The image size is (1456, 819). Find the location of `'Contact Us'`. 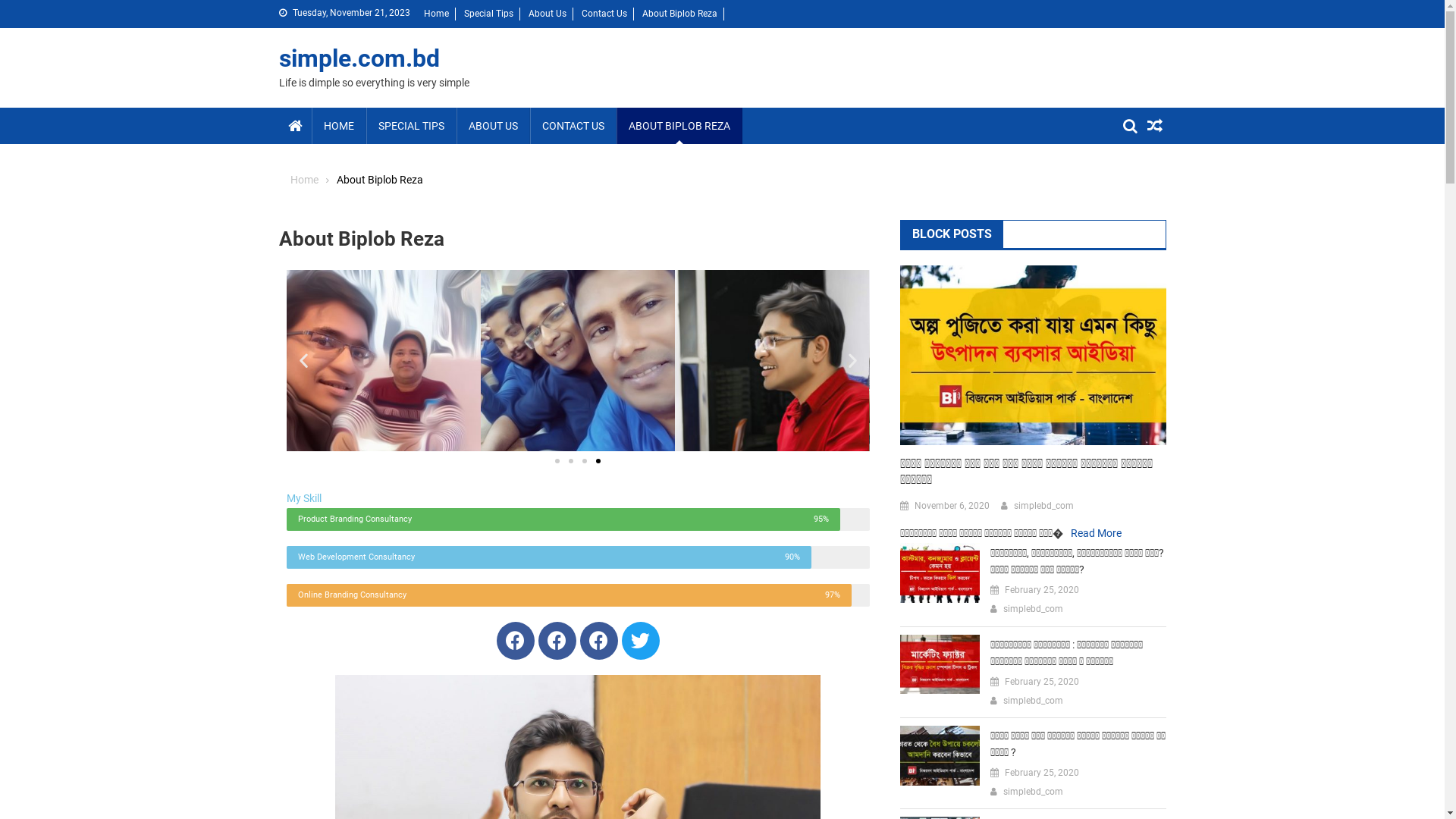

'Contact Us' is located at coordinates (603, 14).